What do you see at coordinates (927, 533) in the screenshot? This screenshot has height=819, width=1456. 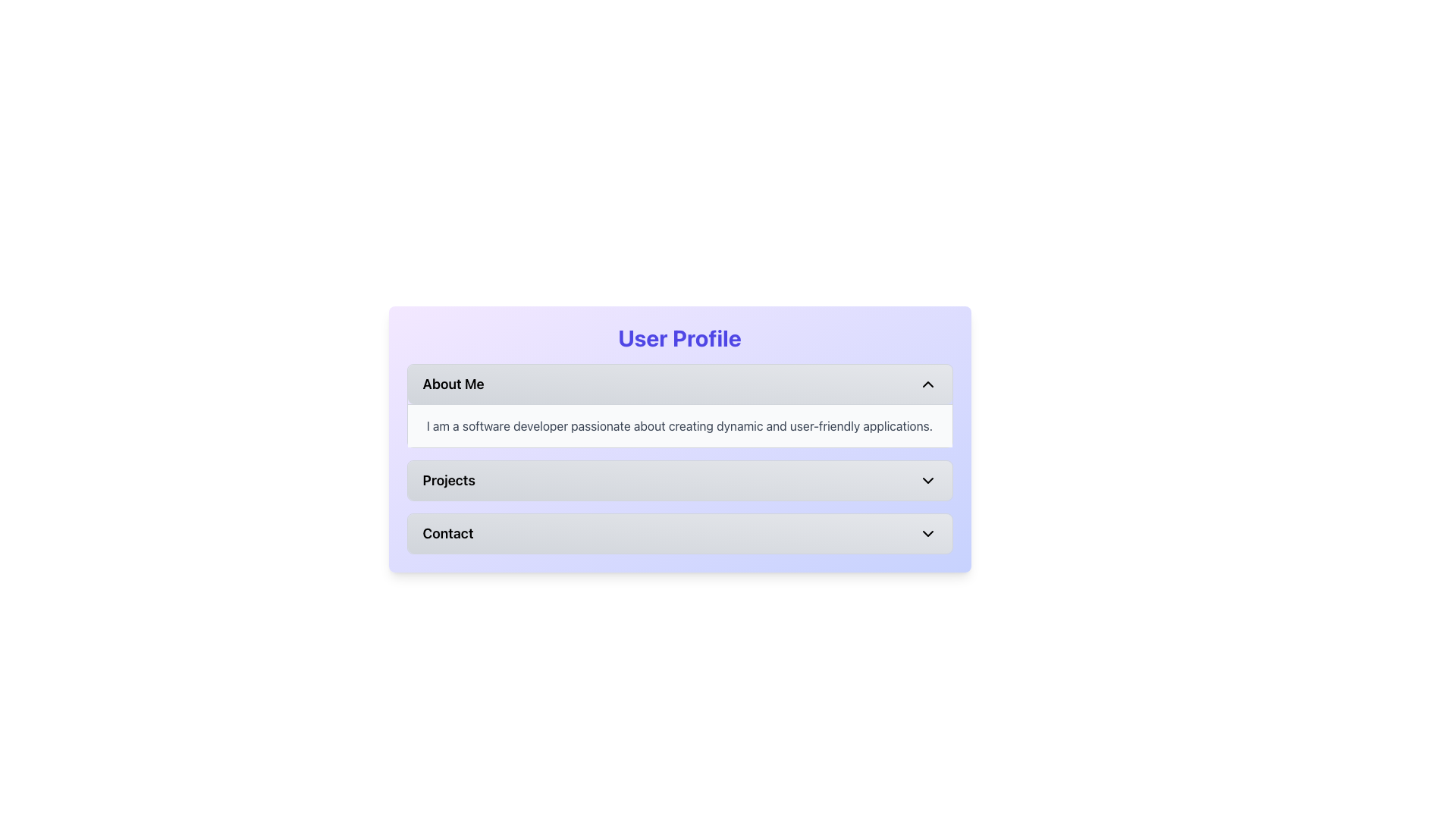 I see `the button icon located to the far right of the 'Contact' button` at bounding box center [927, 533].